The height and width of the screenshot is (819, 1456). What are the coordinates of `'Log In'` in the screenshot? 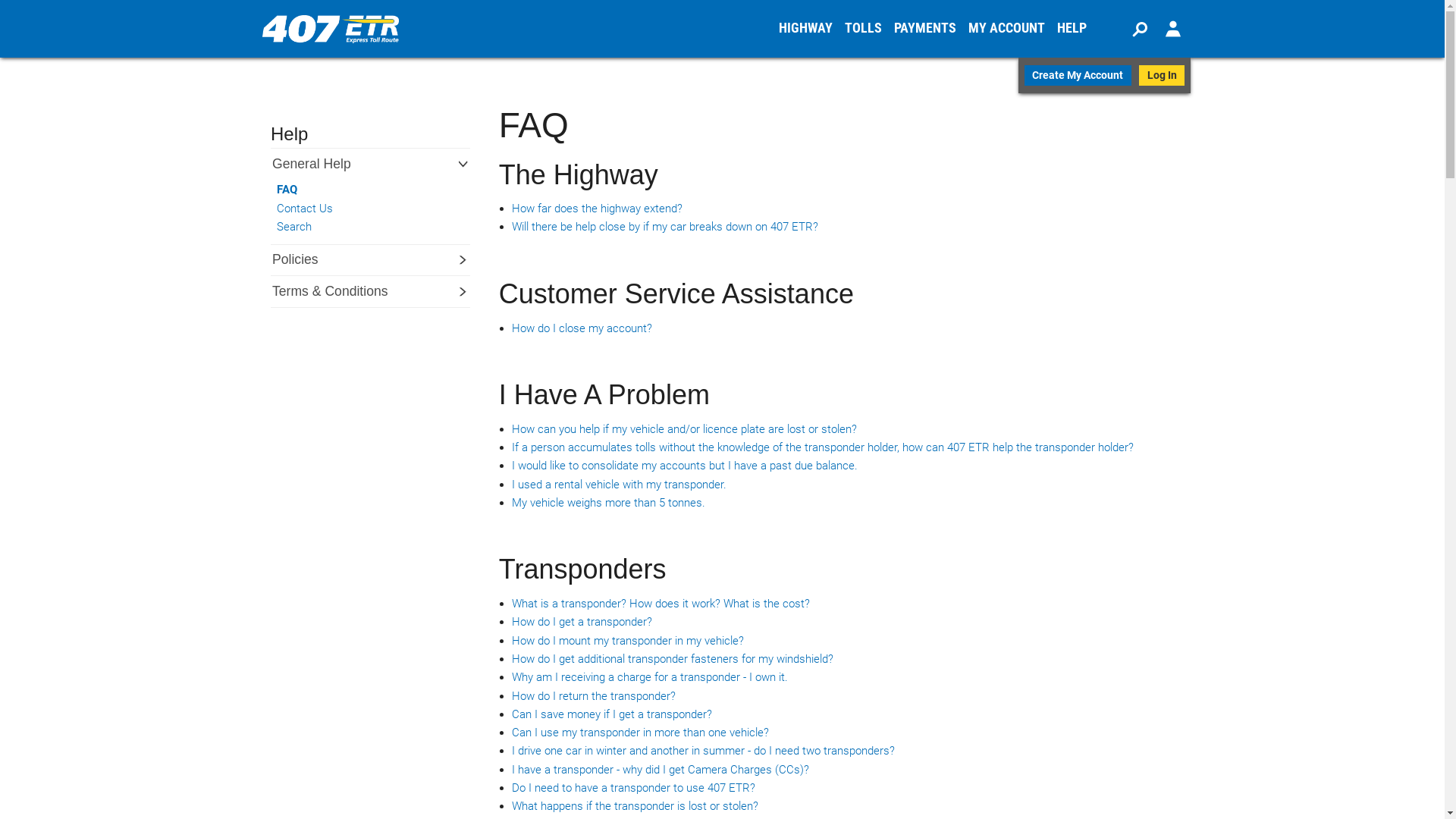 It's located at (1139, 75).